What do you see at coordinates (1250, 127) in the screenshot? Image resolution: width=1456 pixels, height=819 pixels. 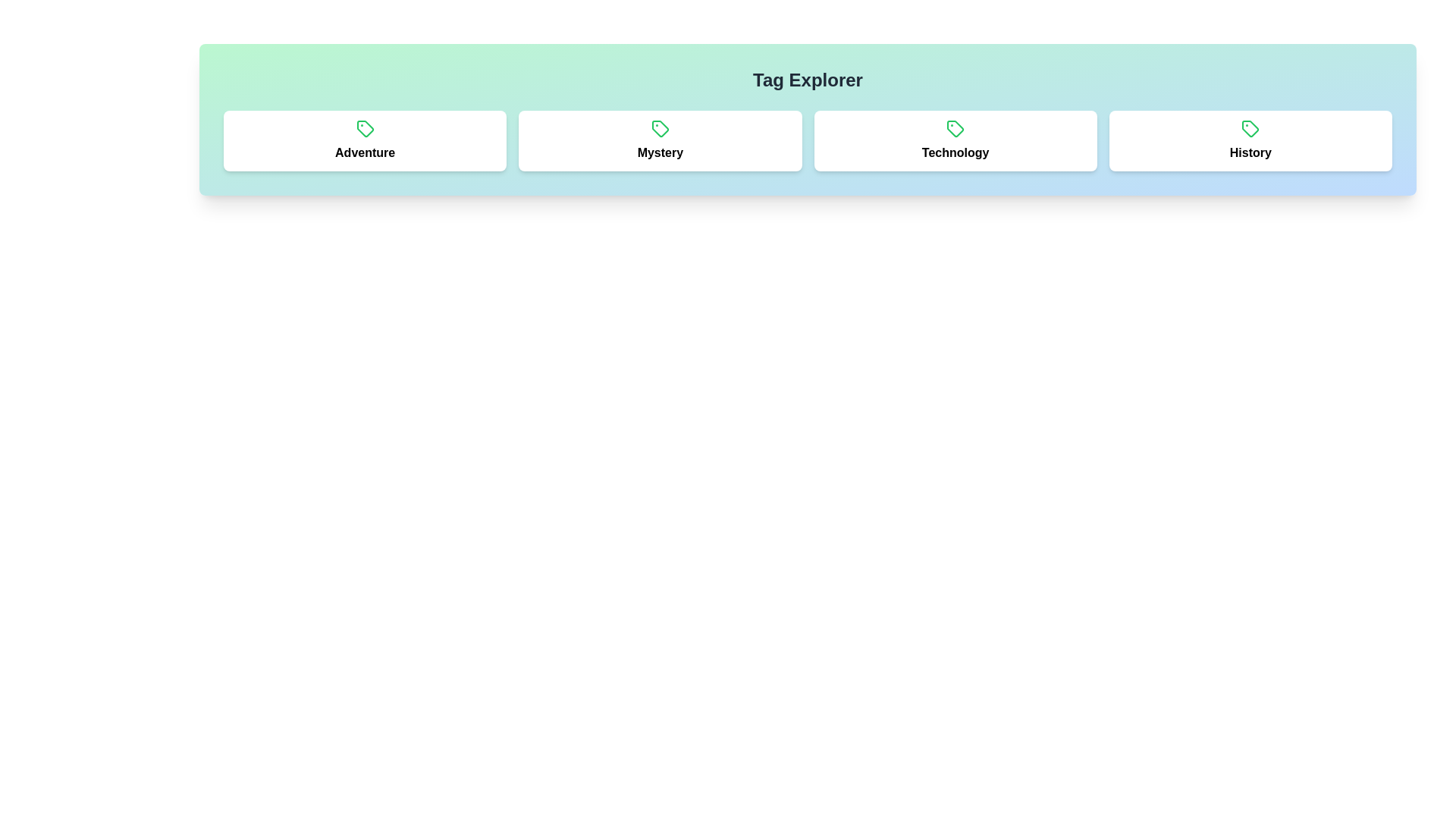 I see `the green tag icon representing categories in the 'Tag Explorer' section, specifically above the 'Technology' label text` at bounding box center [1250, 127].